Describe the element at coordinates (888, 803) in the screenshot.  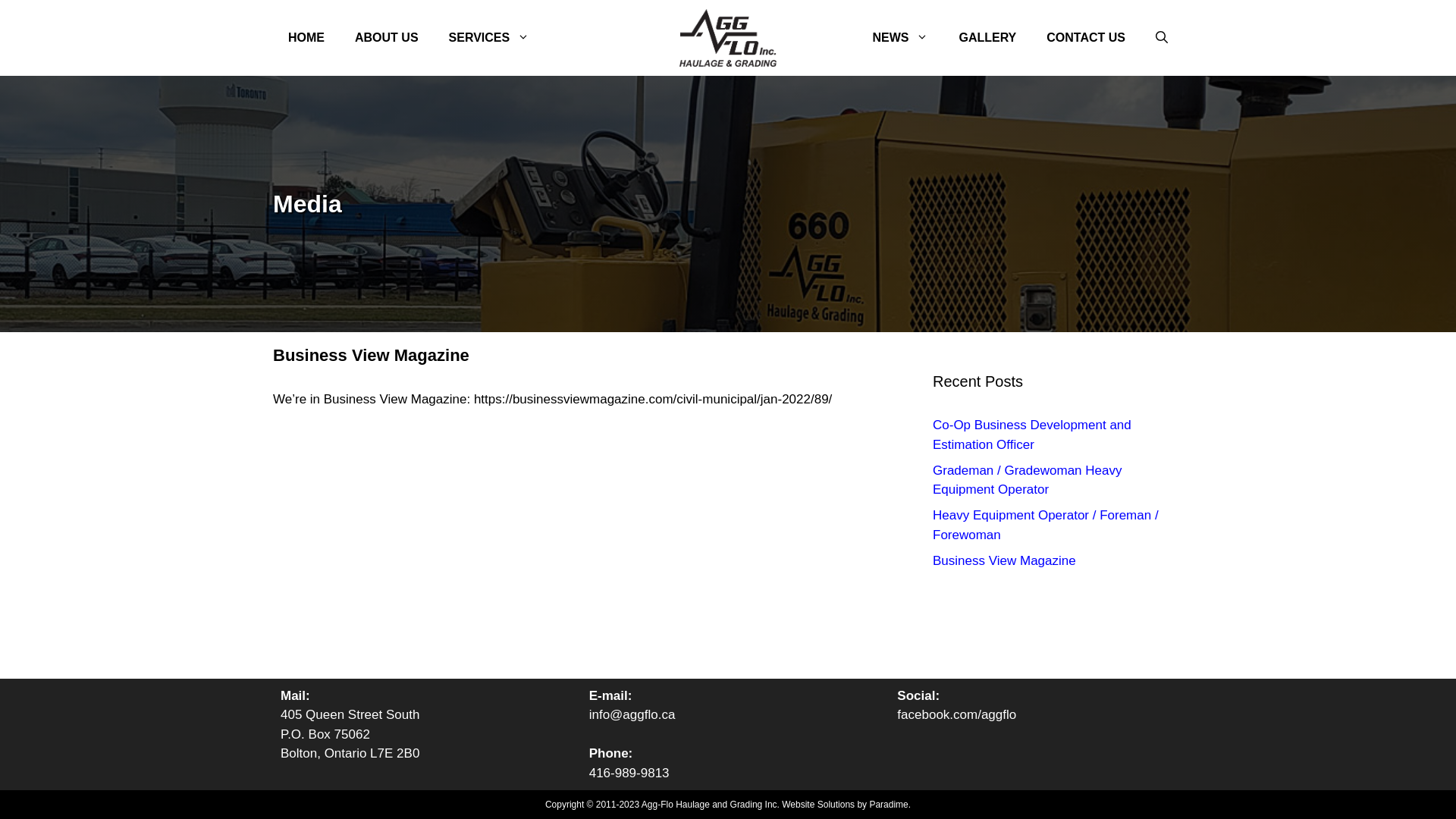
I see `'Paradime'` at that location.